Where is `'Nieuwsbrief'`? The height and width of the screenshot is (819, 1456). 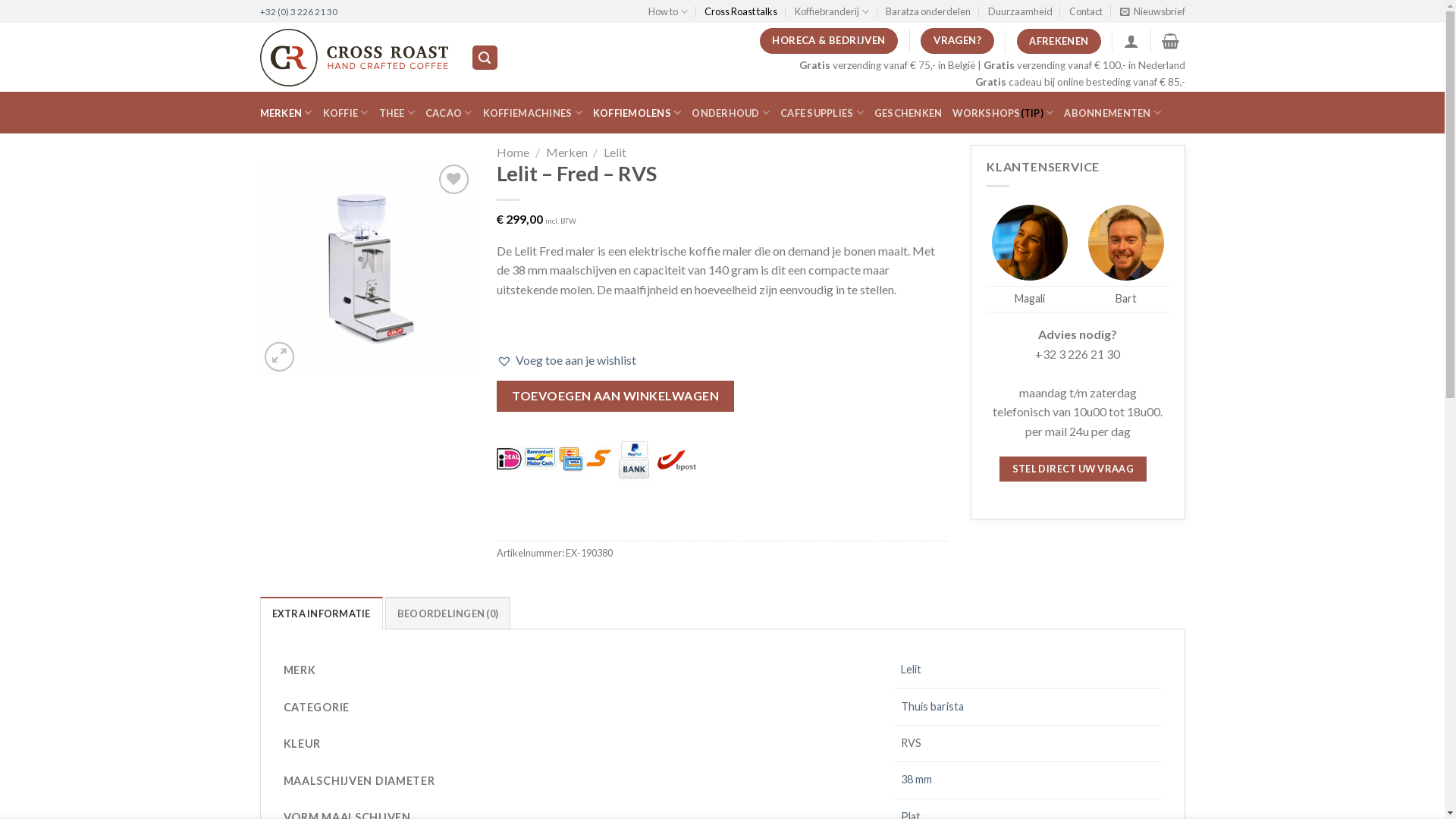
'Nieuwsbrief' is located at coordinates (1151, 11).